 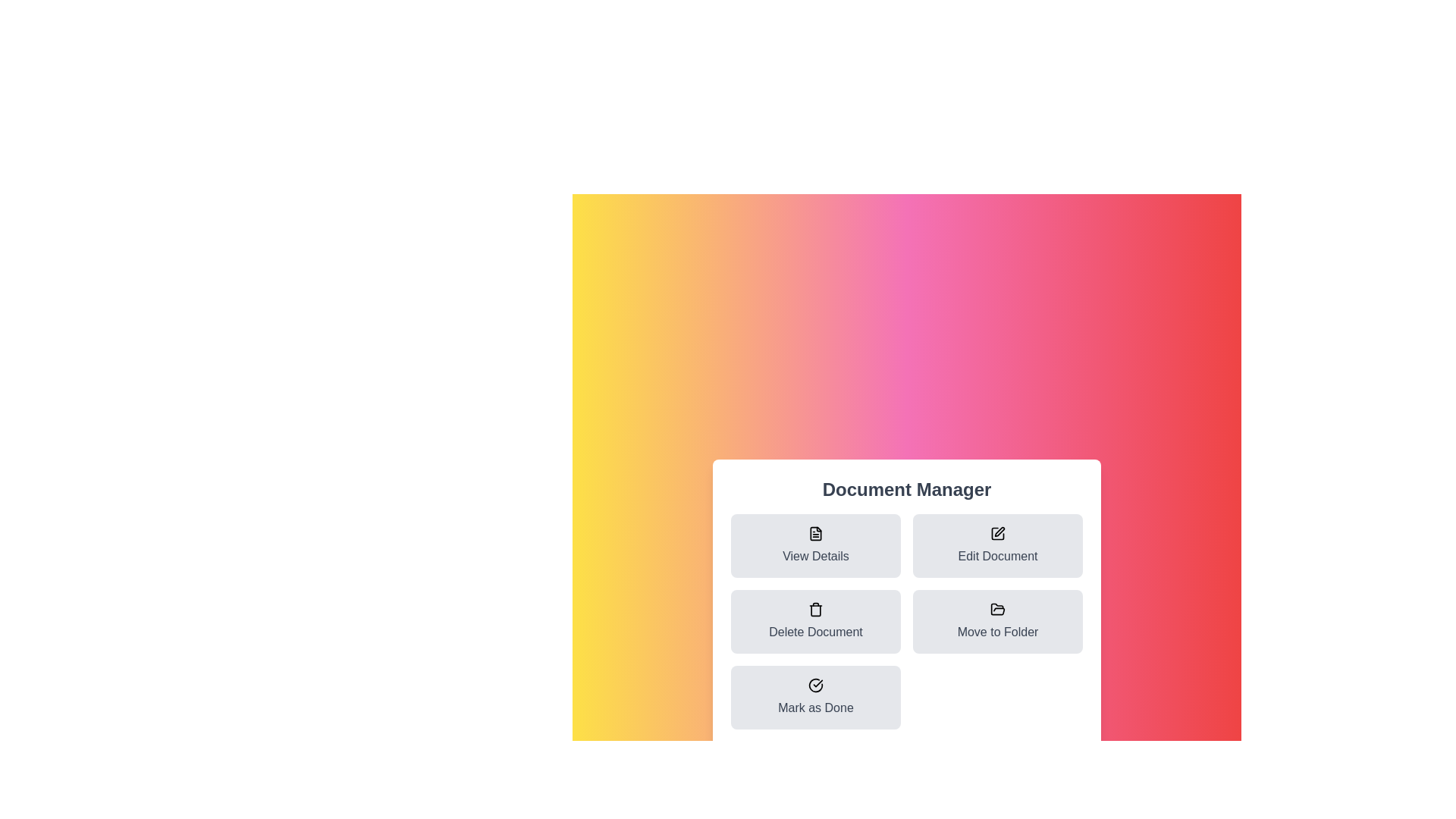 I want to click on the 'View Details' button to view the document's details, so click(x=814, y=546).